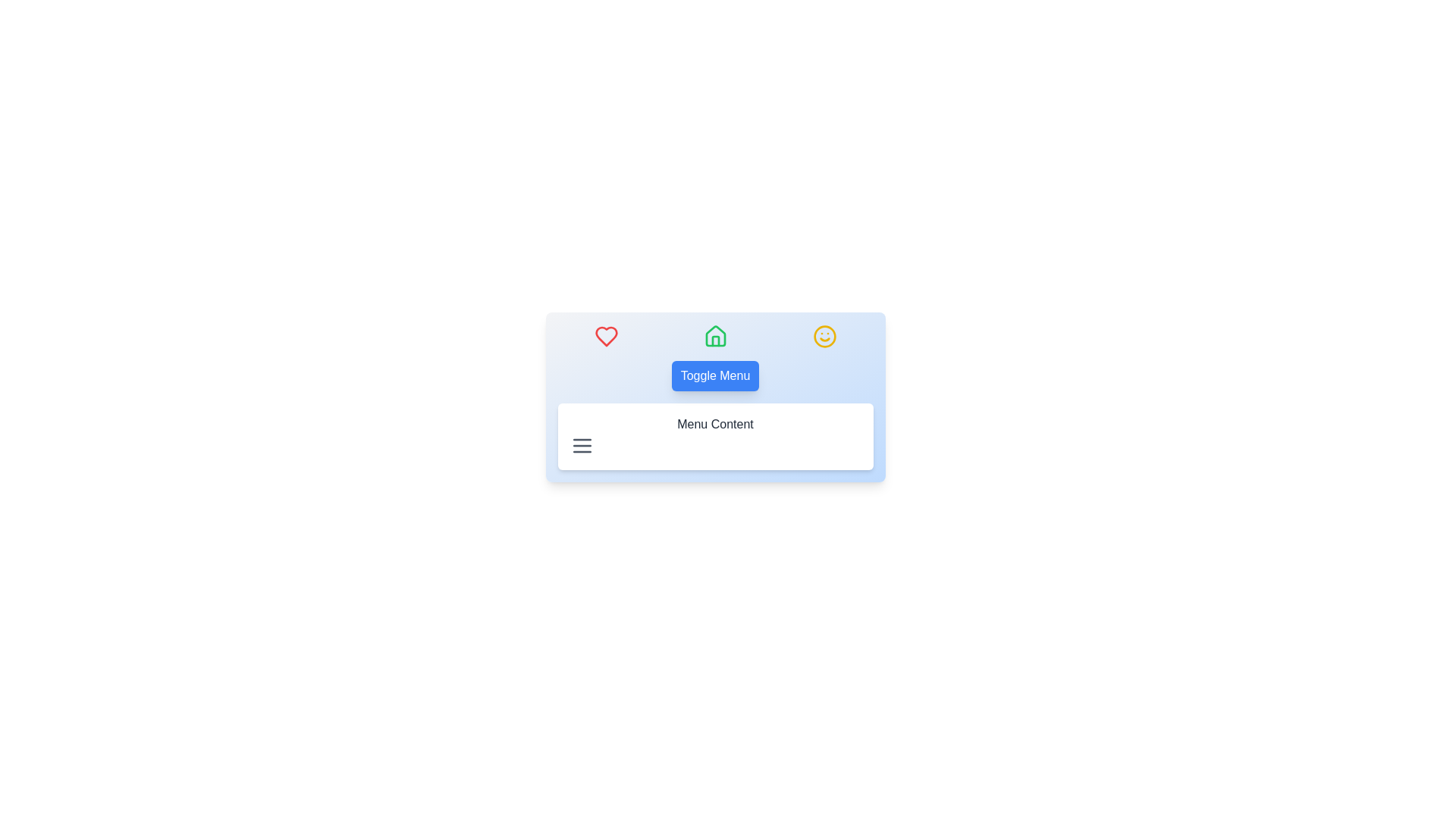 The image size is (1456, 819). Describe the element at coordinates (714, 335) in the screenshot. I see `the green house-shaped icon, which is the second icon in a row of three, located centrally between a red heart icon and a yellow smiley face icon` at that location.